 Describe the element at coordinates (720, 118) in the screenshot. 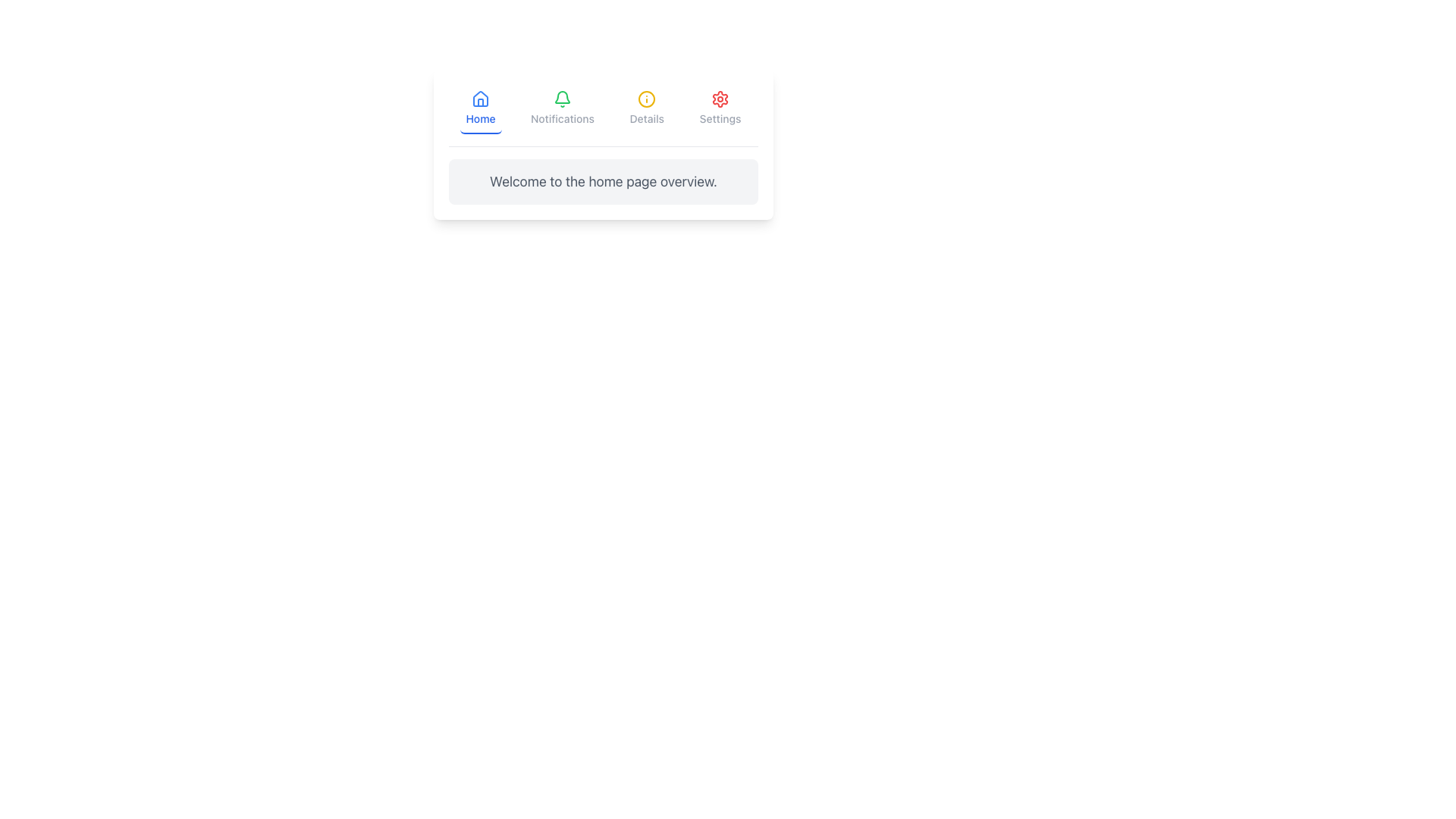

I see `the 'Settings' text label located in the navigation bar, which is positioned below a gear icon and is the fourth item from the left` at that location.